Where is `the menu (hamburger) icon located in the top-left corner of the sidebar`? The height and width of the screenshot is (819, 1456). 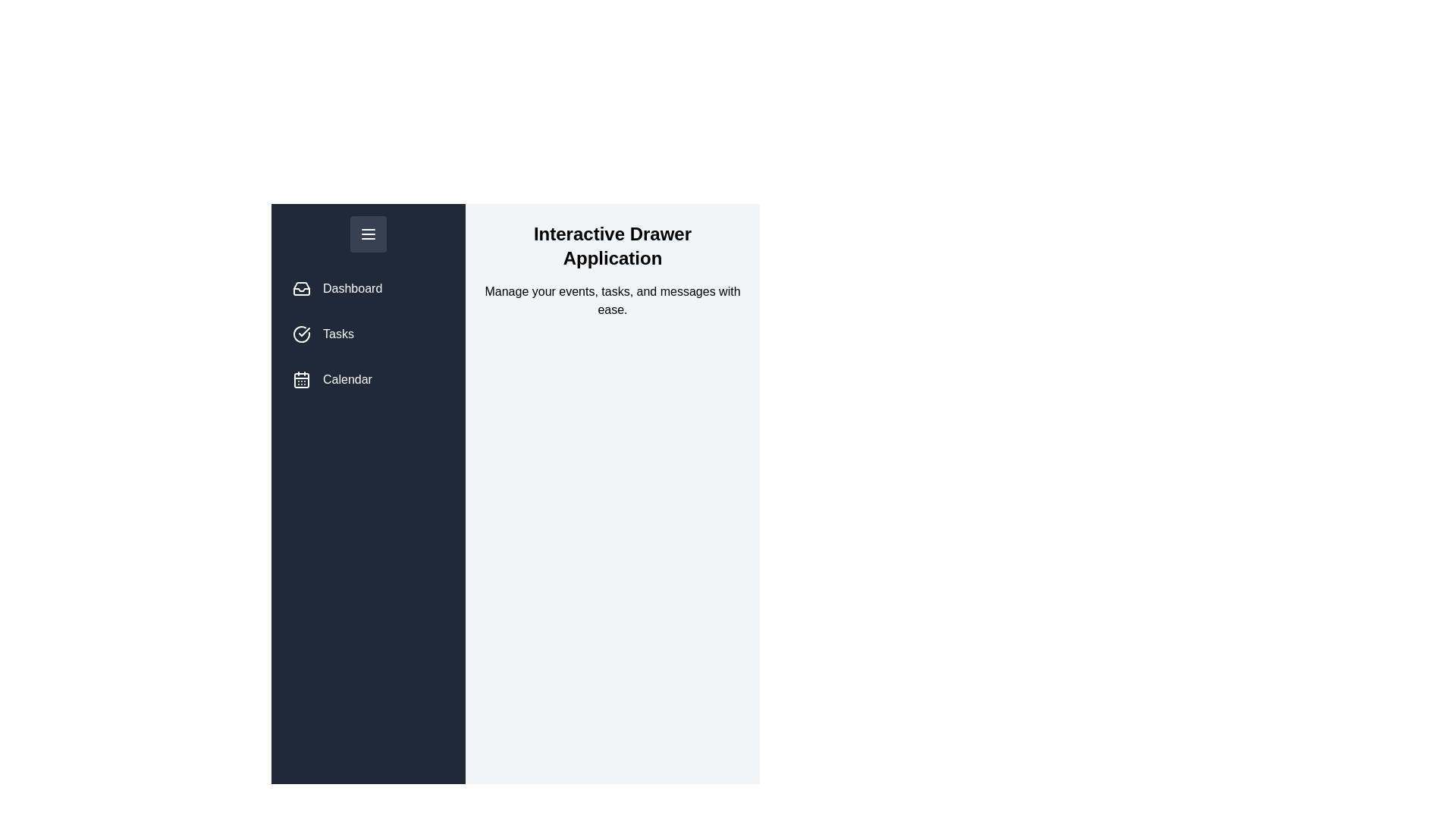
the menu (hamburger) icon located in the top-left corner of the sidebar is located at coordinates (368, 234).